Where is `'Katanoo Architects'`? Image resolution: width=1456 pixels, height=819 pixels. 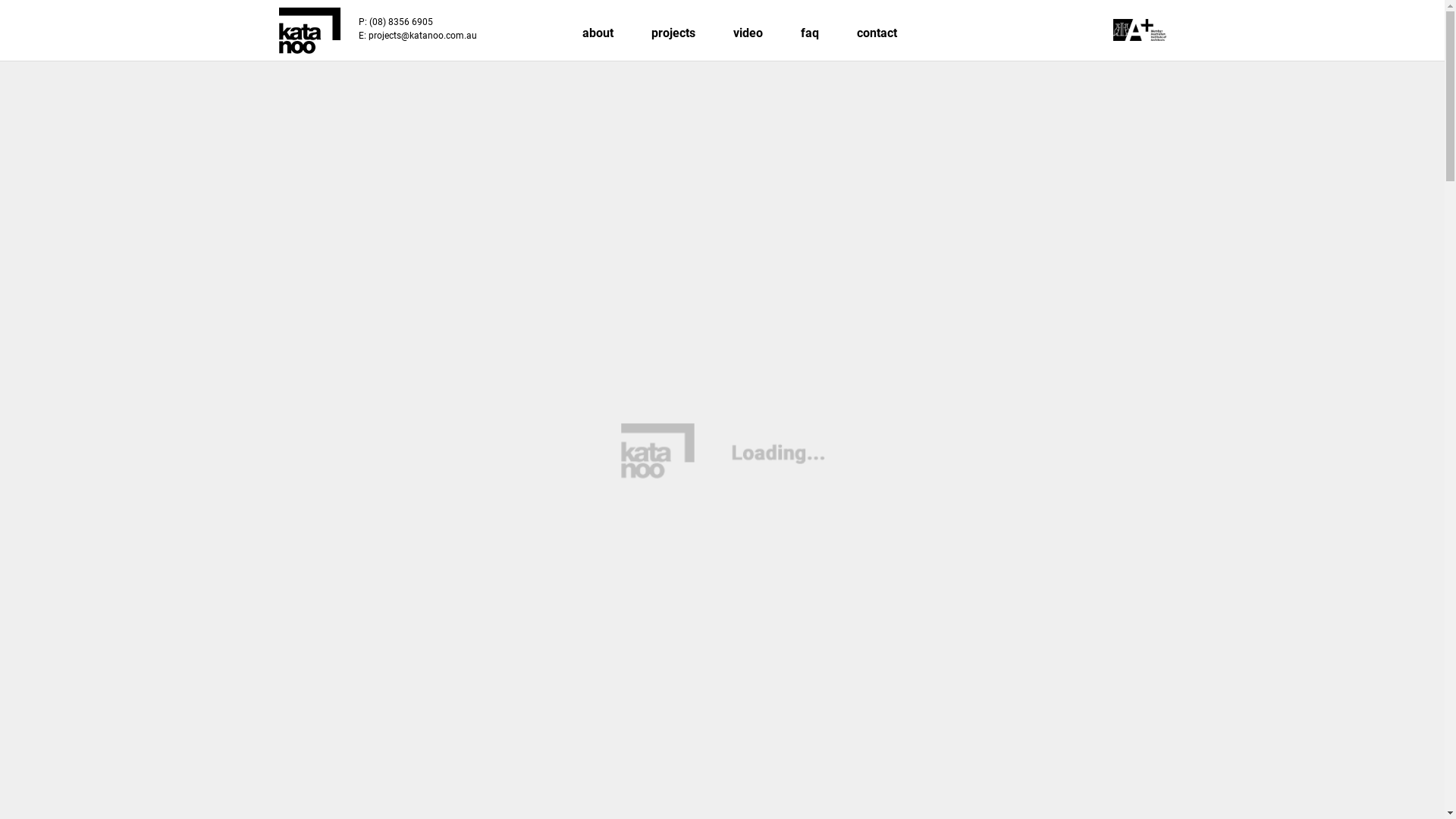 'Katanoo Architects' is located at coordinates (309, 30).